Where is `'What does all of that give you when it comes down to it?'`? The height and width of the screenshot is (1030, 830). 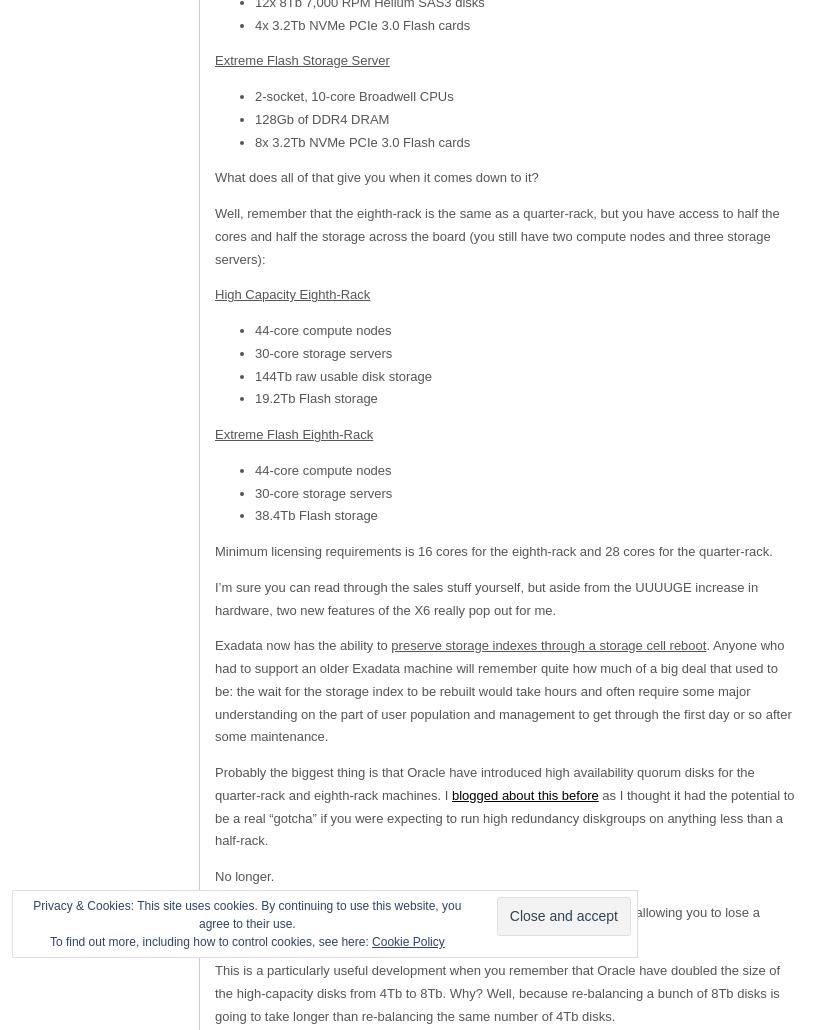 'What does all of that give you when it comes down to it?' is located at coordinates (213, 177).